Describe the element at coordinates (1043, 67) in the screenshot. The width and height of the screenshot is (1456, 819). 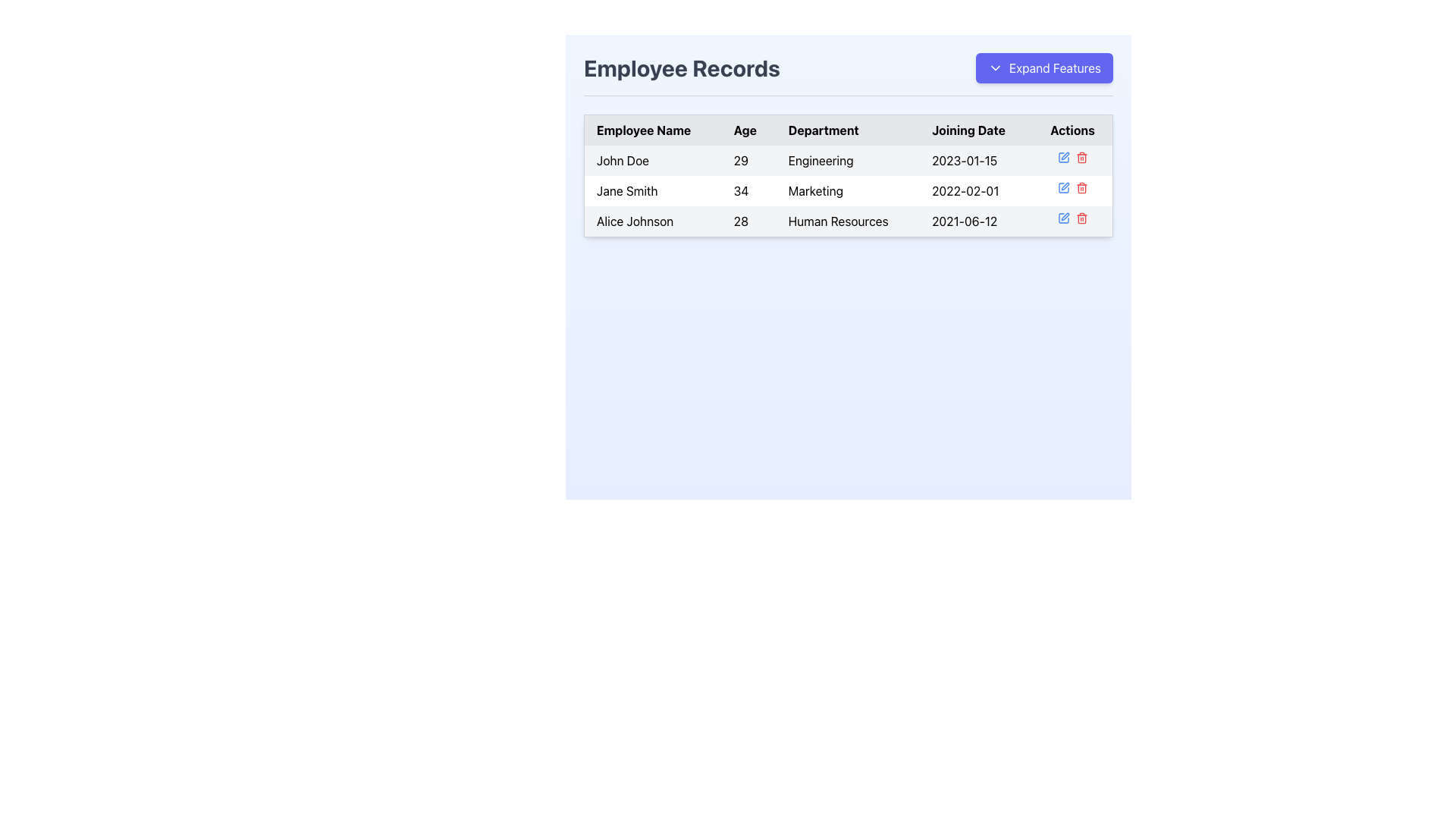
I see `the 'Expand Features' button with an indigo background and white text to observe visual feedback` at that location.